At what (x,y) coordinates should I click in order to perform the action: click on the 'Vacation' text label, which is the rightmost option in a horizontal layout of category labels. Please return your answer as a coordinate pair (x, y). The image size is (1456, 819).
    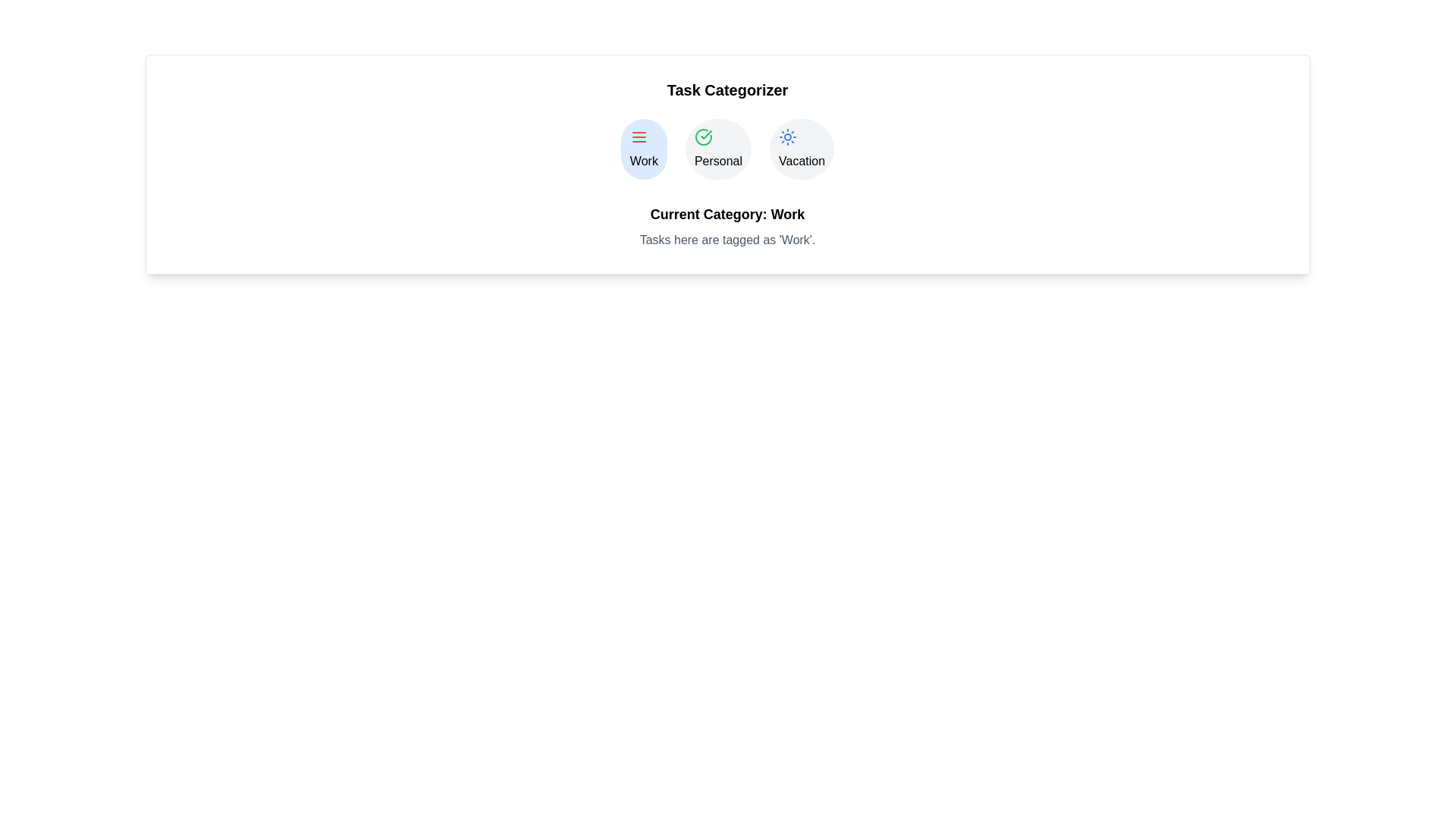
    Looking at the image, I should click on (801, 161).